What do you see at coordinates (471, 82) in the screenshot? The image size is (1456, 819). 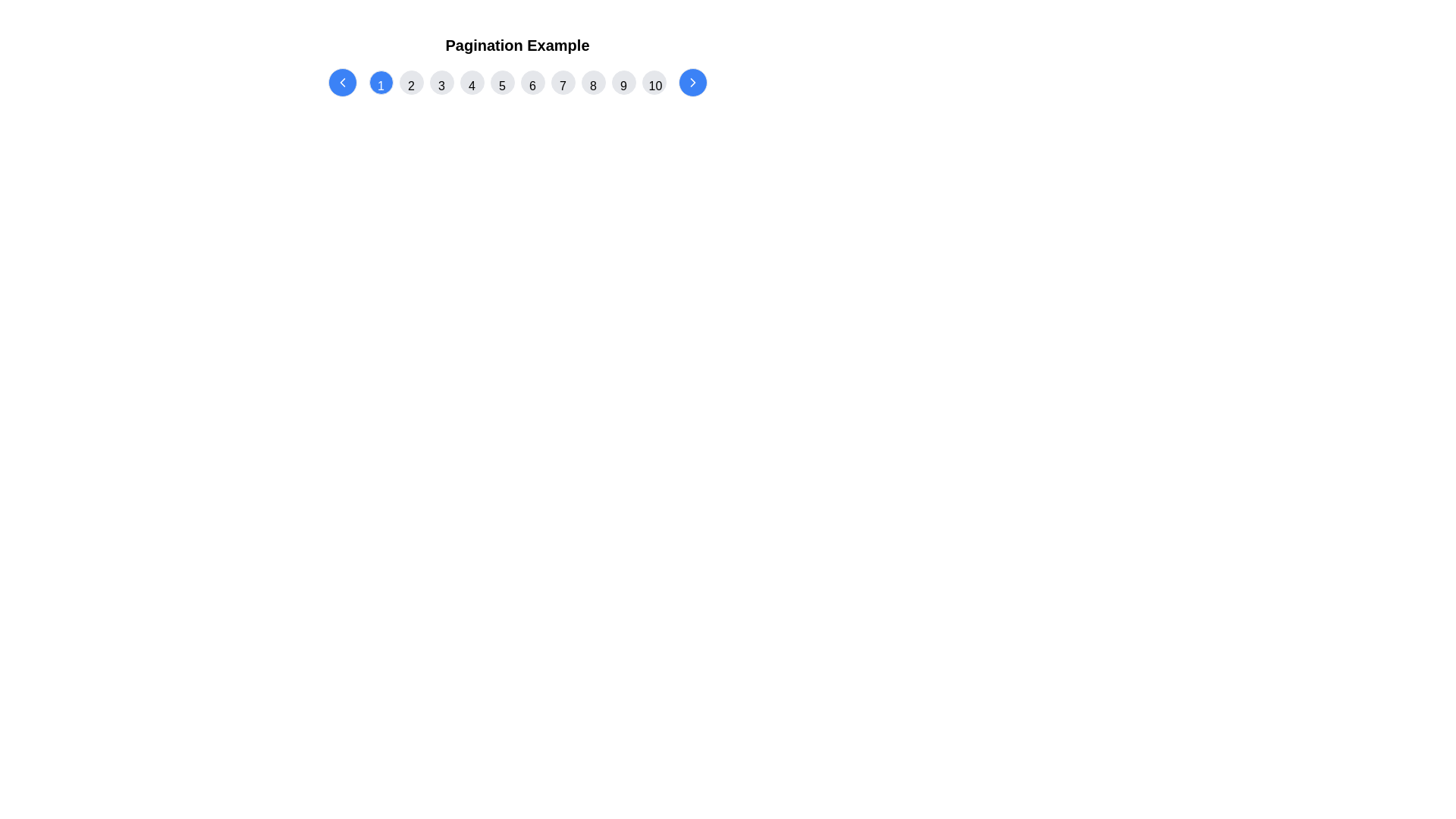 I see `the pagination button labeled '4'` at bounding box center [471, 82].